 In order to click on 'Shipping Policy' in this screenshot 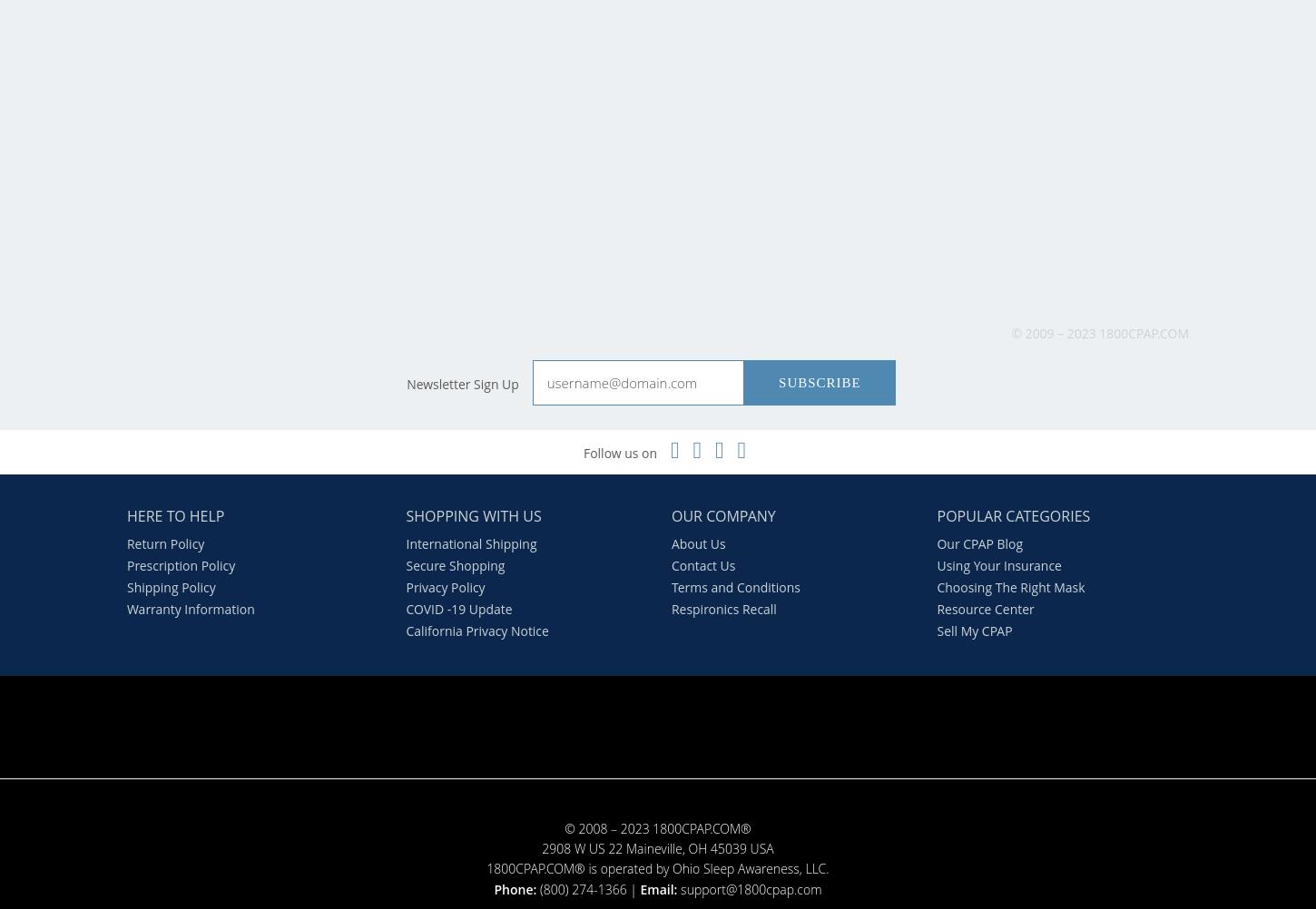, I will do `click(170, 585)`.